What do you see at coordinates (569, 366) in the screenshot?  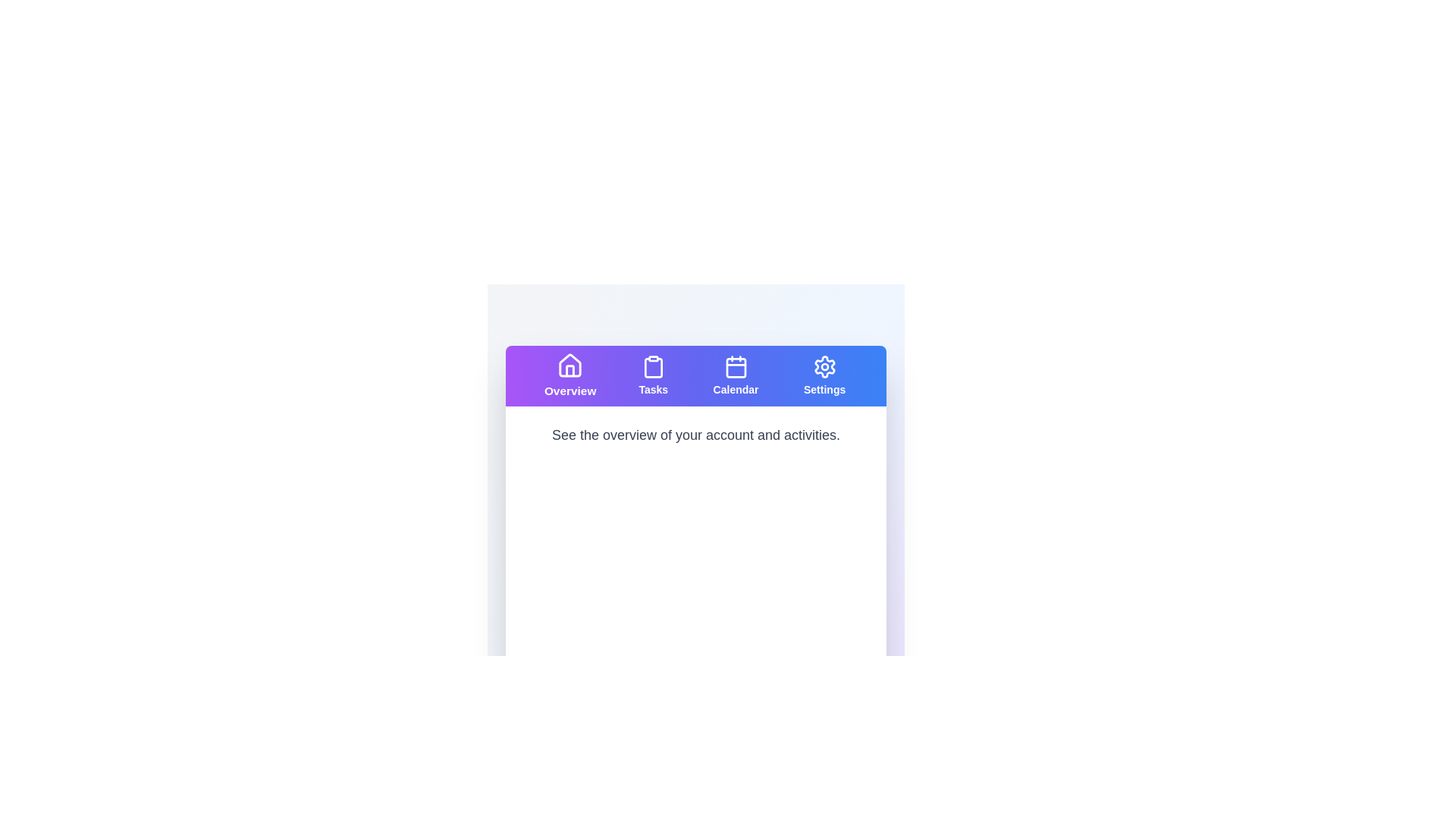 I see `the house-shaped icon in the navigation bar labeled 'Overview'` at bounding box center [569, 366].